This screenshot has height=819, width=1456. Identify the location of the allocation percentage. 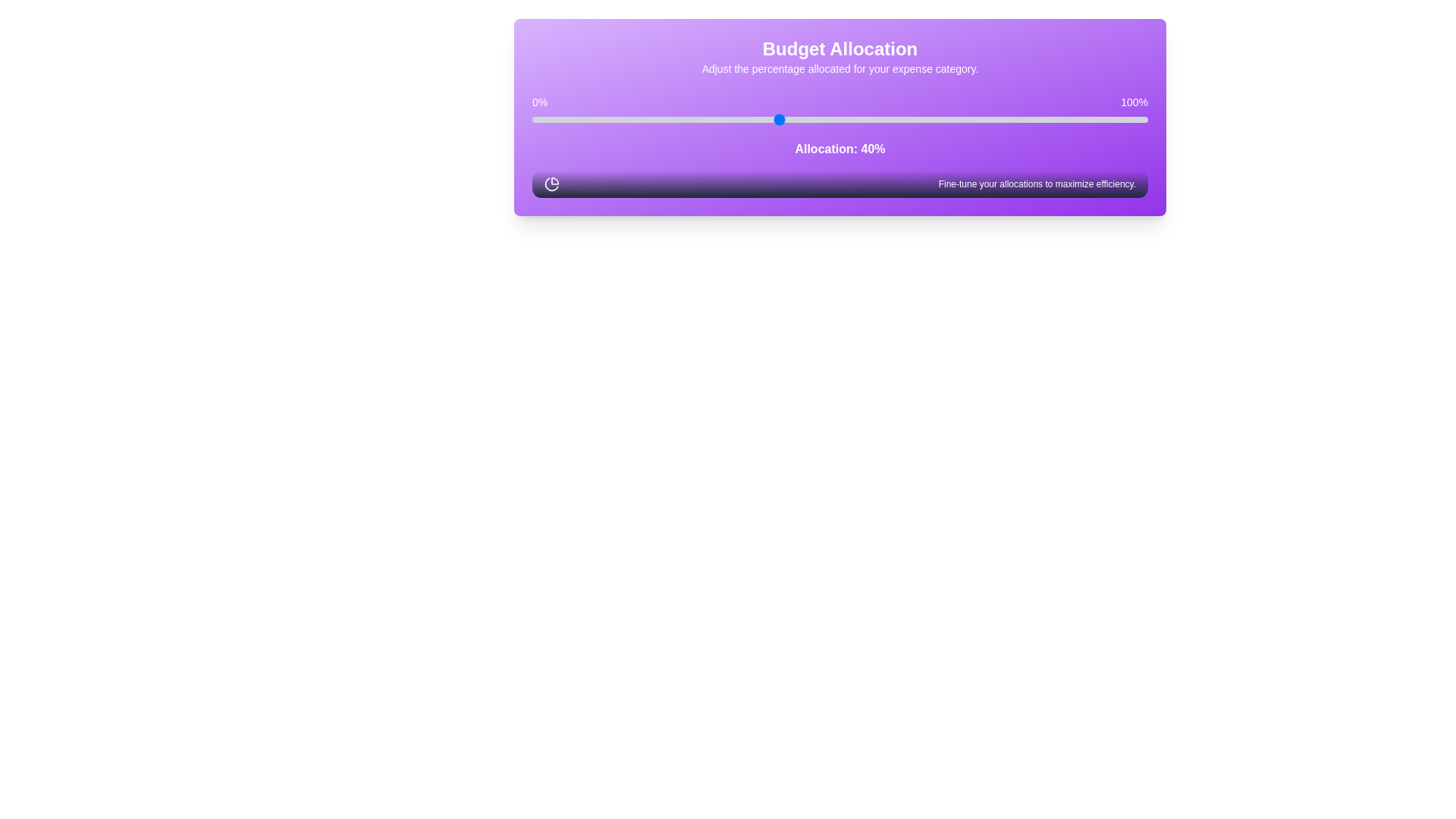
(987, 119).